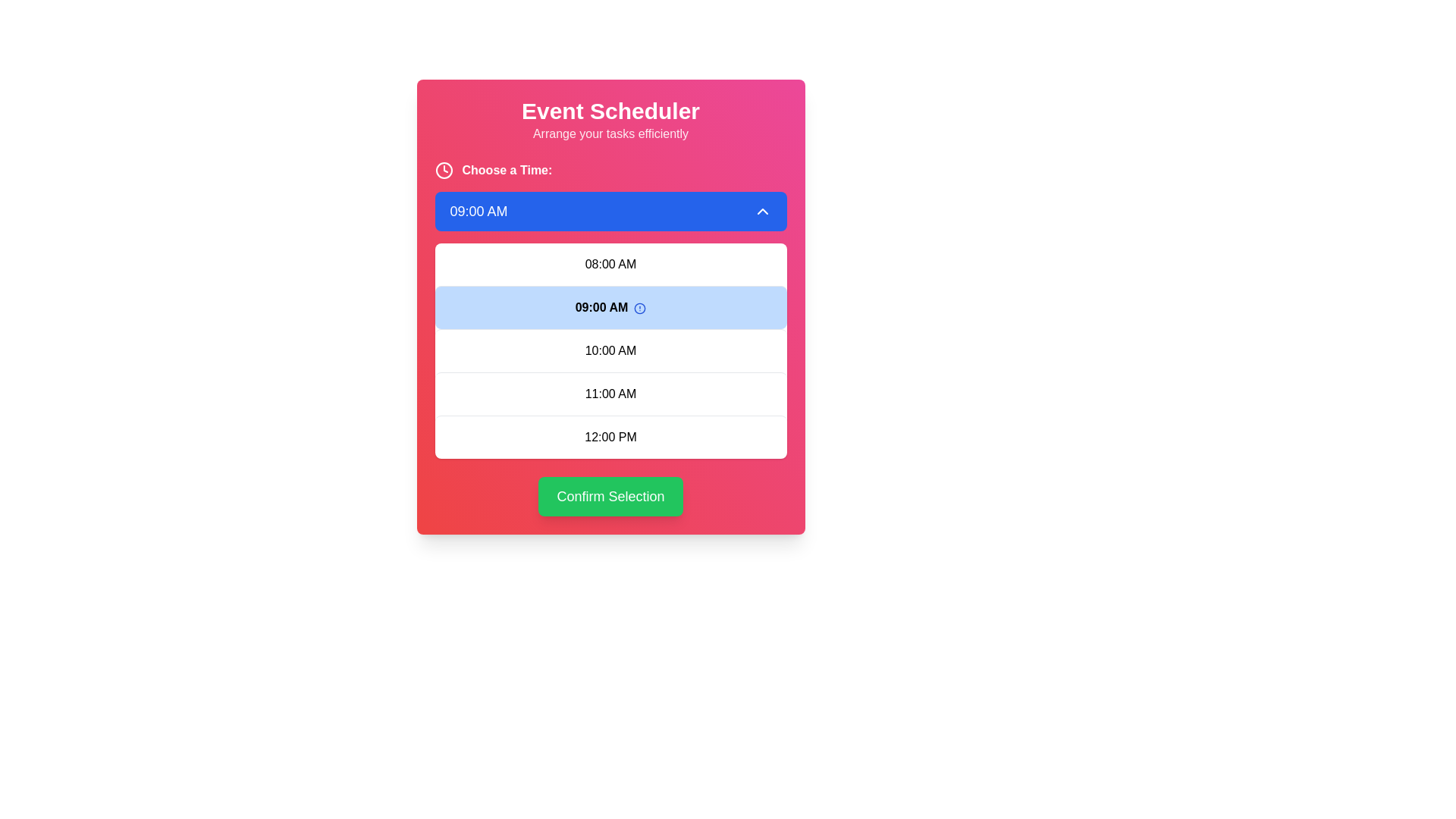 This screenshot has height=819, width=1456. I want to click on the 'Confirm Selection' button, which is a green rectangular button with rounded corners located at the bottom center of the interface card, so click(610, 497).